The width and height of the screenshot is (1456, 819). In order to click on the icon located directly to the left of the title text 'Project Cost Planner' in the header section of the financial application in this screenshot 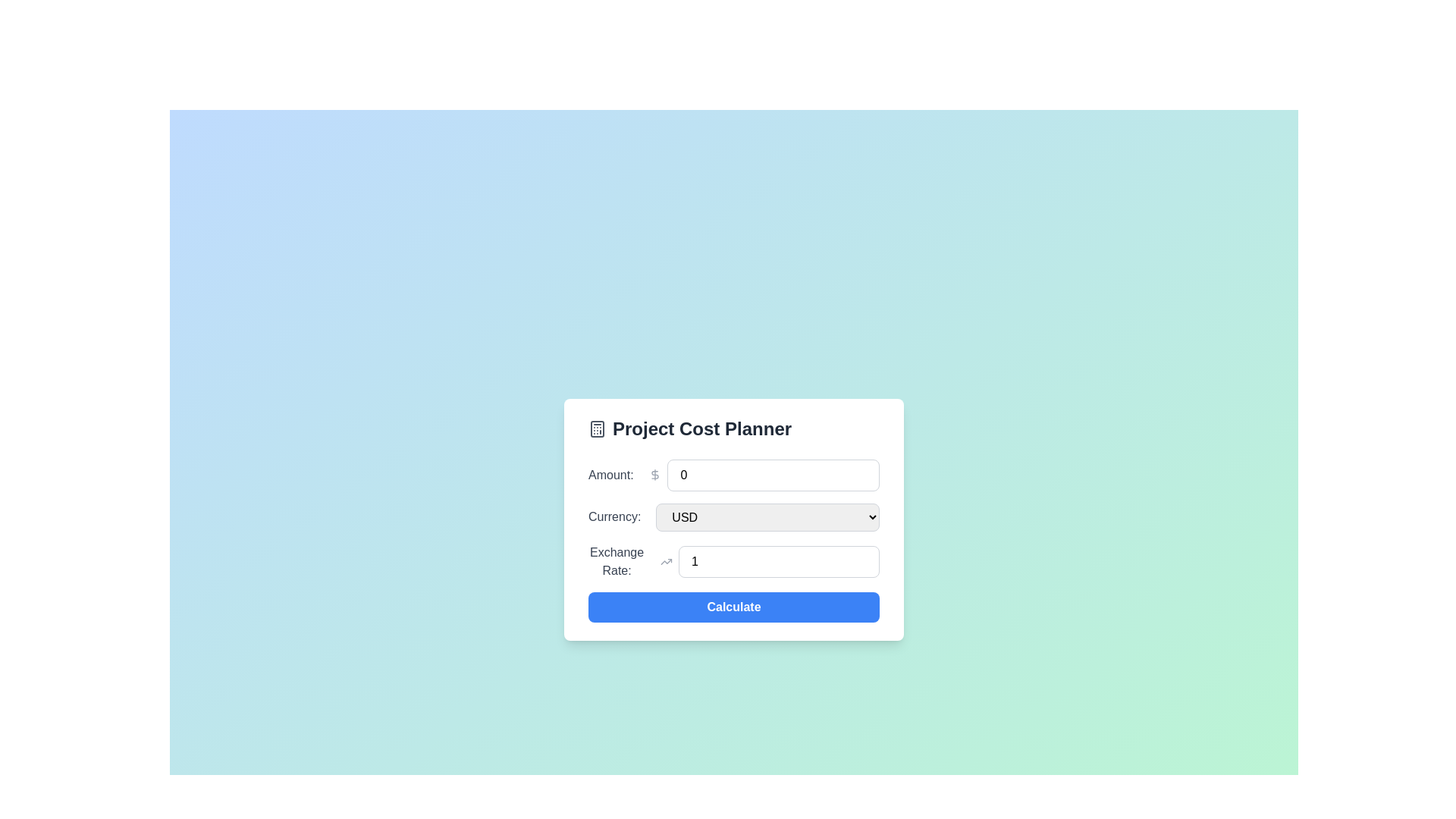, I will do `click(596, 428)`.